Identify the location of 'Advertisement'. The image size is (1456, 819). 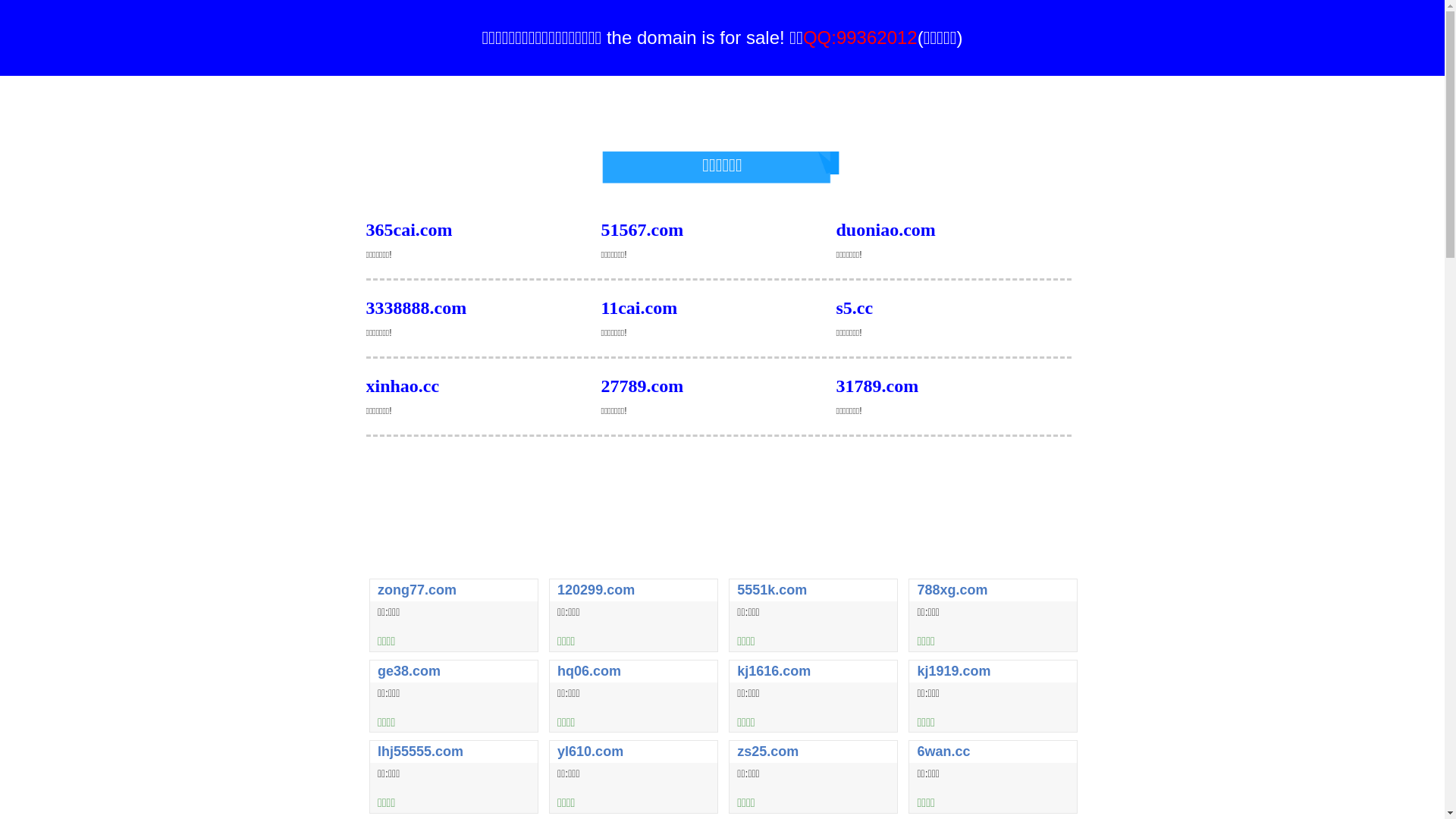
(720, 109).